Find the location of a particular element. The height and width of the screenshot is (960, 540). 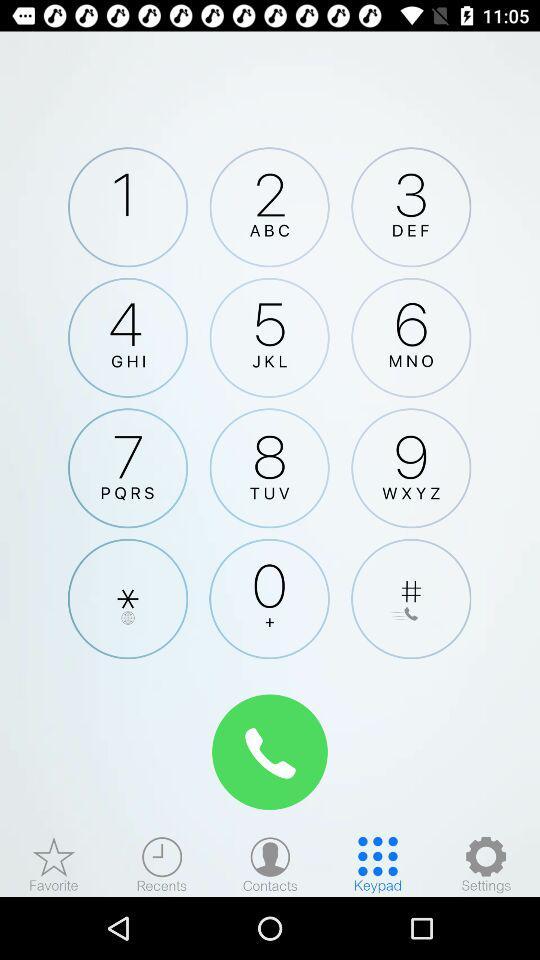

the 4 digit or g h i letter is located at coordinates (128, 337).